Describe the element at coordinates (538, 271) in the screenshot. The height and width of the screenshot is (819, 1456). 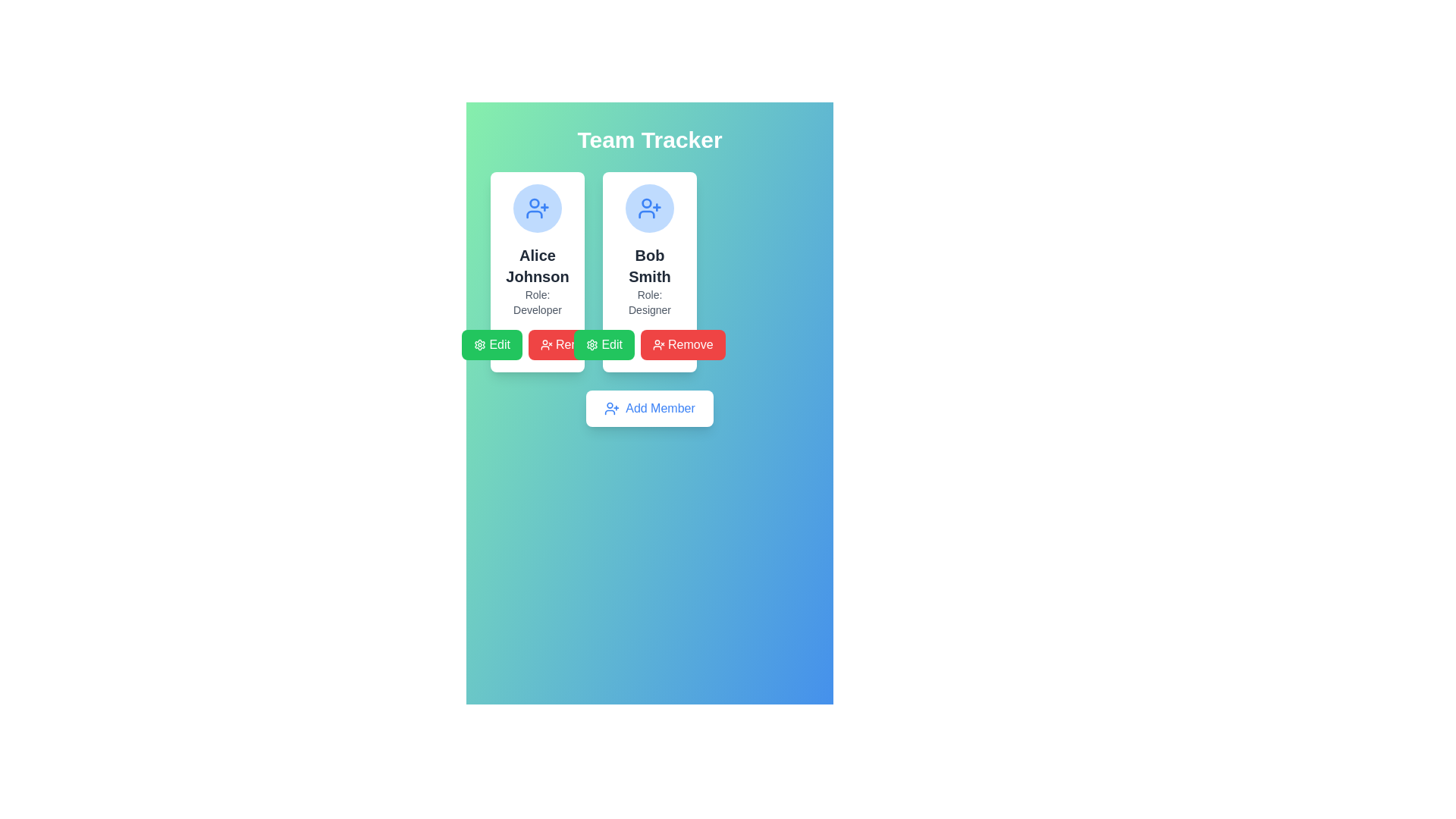
I see `the Profile card for 'Alice Johnson', which is the first card in a grid layout` at that location.